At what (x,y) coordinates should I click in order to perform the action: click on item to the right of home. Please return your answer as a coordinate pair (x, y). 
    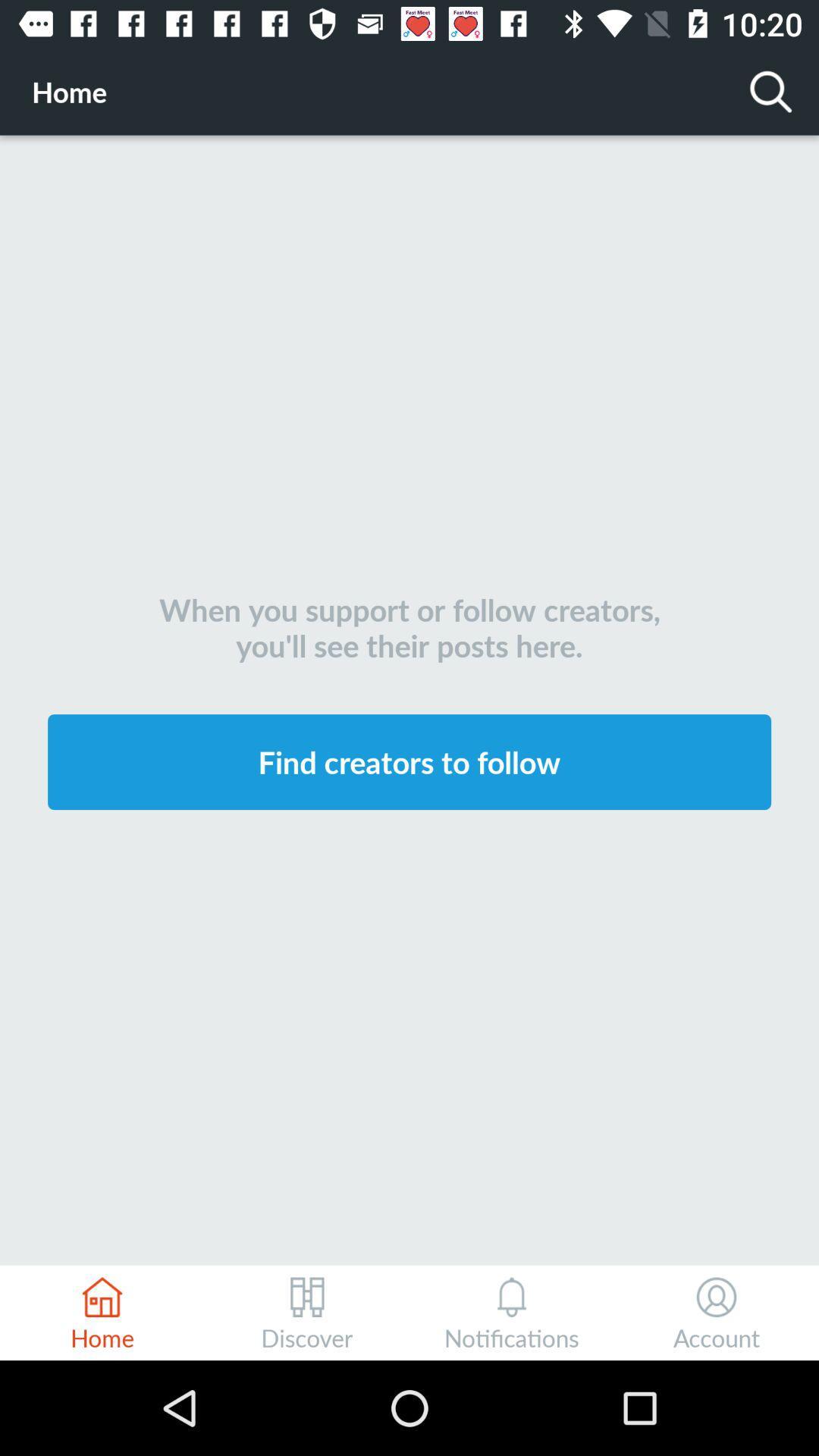
    Looking at the image, I should click on (771, 90).